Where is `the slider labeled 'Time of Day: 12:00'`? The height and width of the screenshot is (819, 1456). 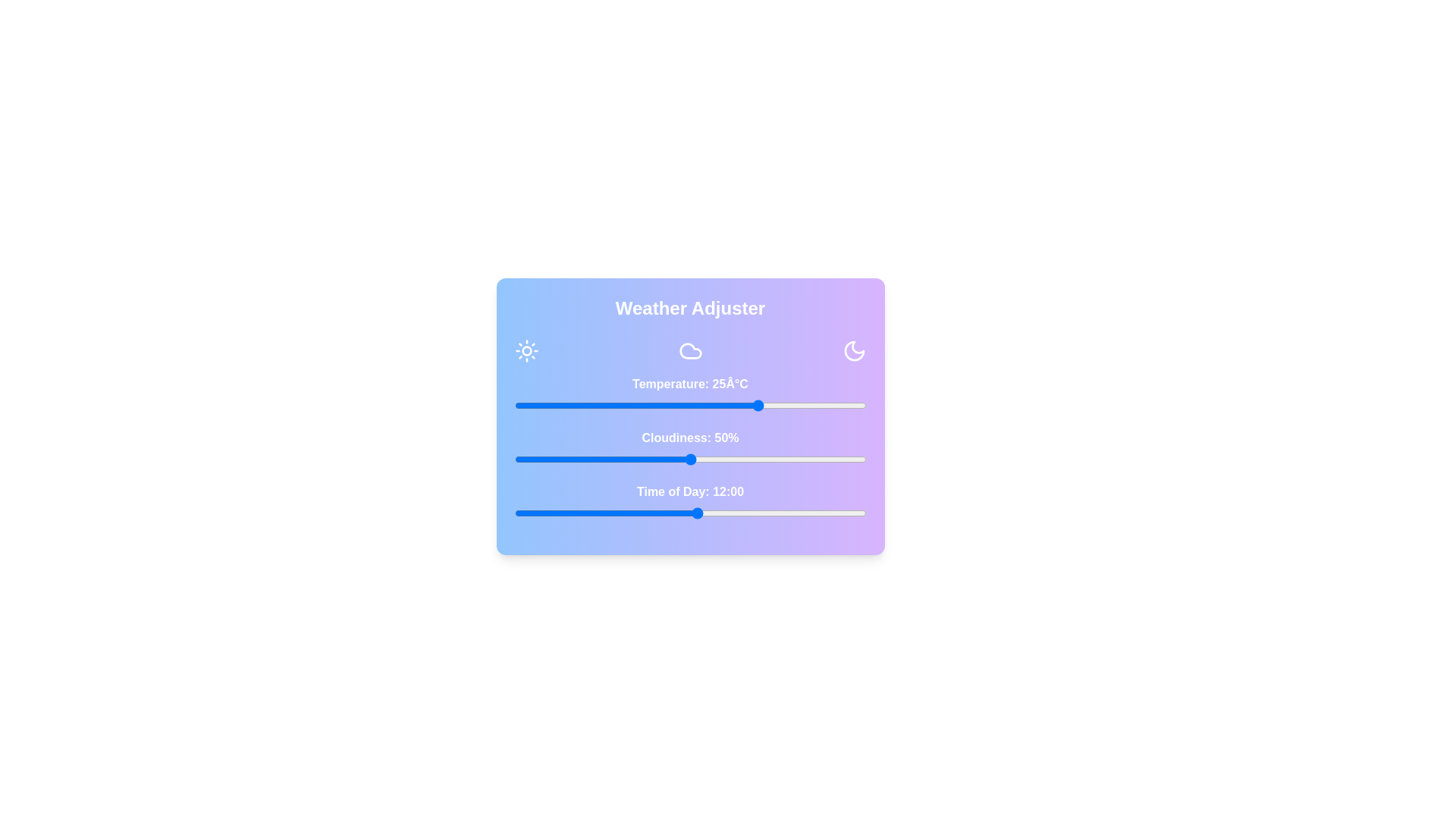
the slider labeled 'Time of Day: 12:00' is located at coordinates (689, 504).